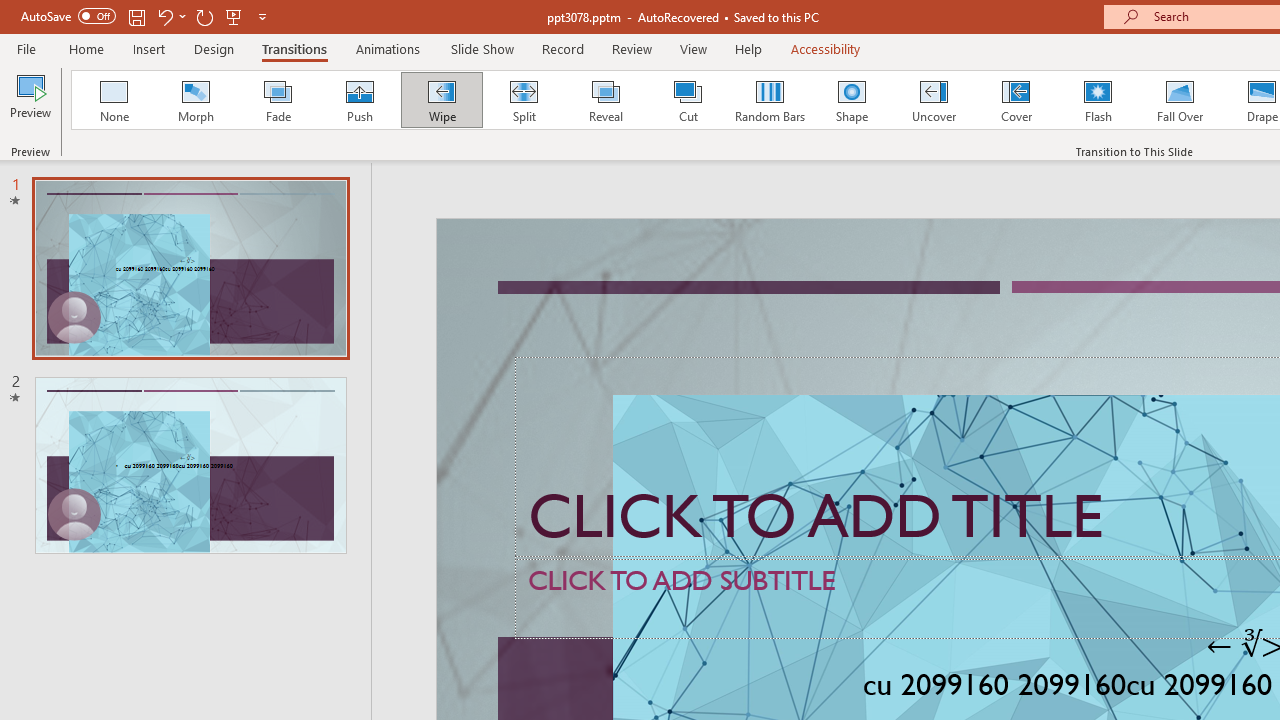 The image size is (1280, 720). What do you see at coordinates (1180, 100) in the screenshot?
I see `'Fall Over'` at bounding box center [1180, 100].